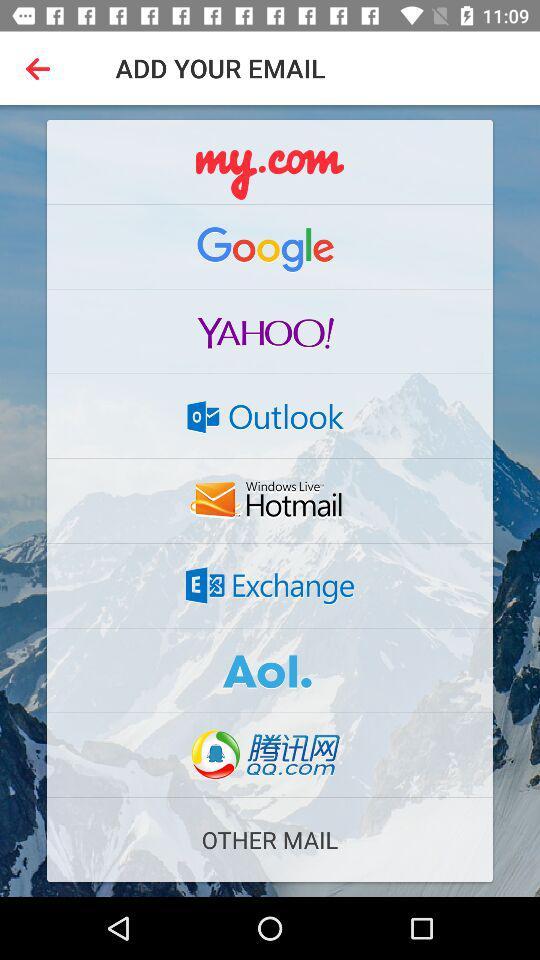 Image resolution: width=540 pixels, height=960 pixels. What do you see at coordinates (42, 68) in the screenshot?
I see `app to the left of add your email` at bounding box center [42, 68].